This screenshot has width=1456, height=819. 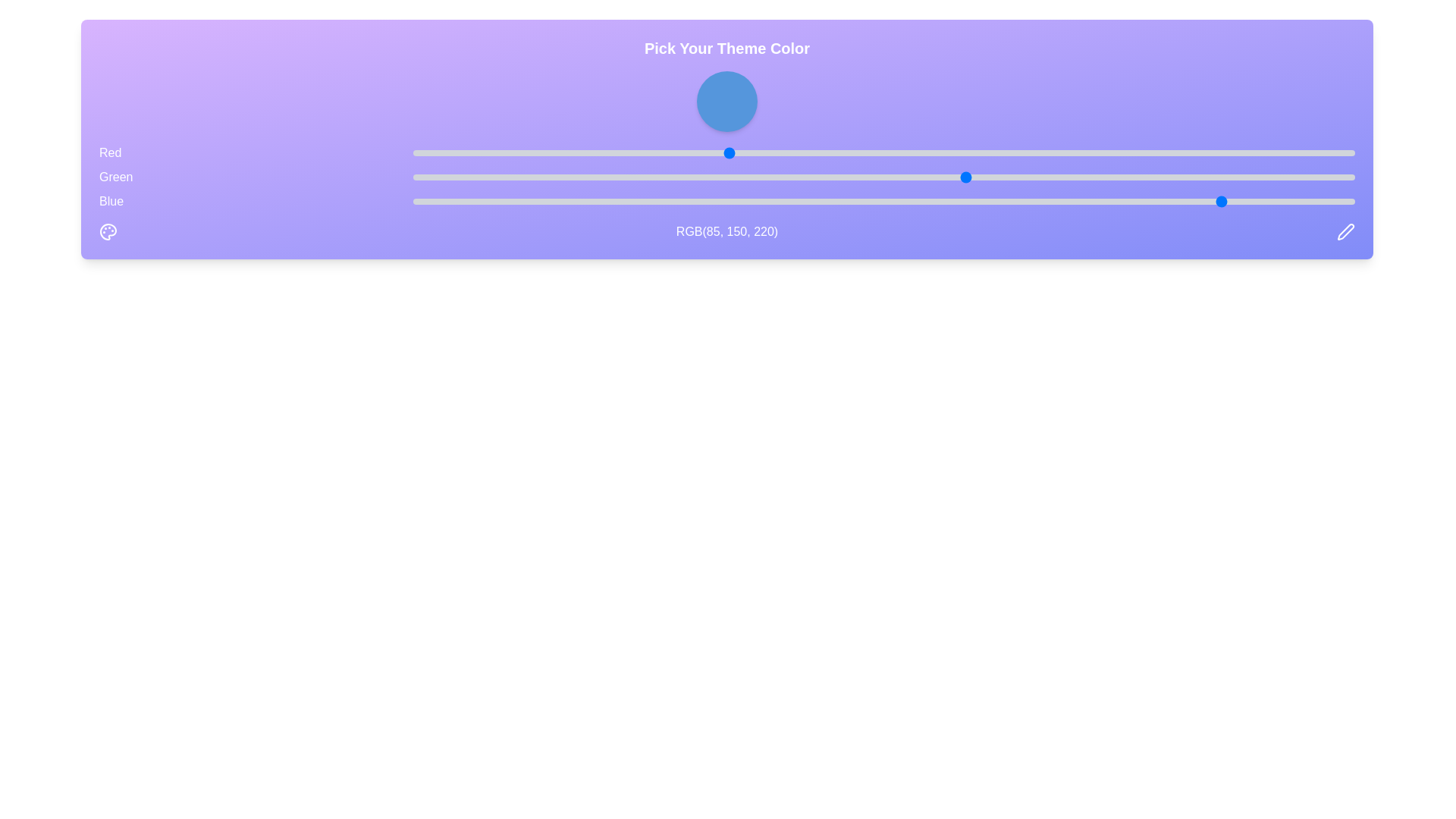 I want to click on the 'red' color intensity, so click(x=933, y=152).